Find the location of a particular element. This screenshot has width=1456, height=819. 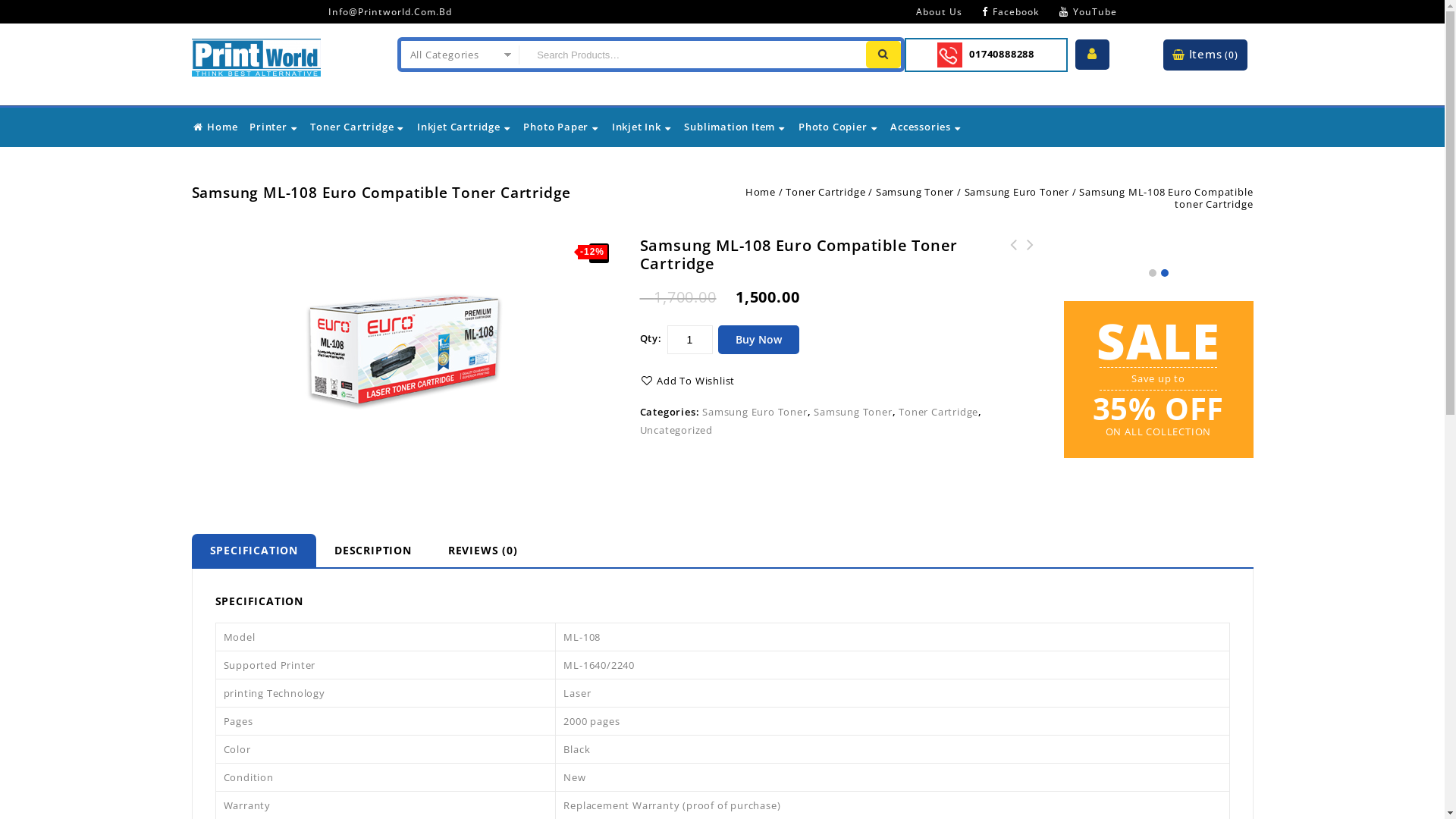

'Inkjet Cartridge' is located at coordinates (463, 125).